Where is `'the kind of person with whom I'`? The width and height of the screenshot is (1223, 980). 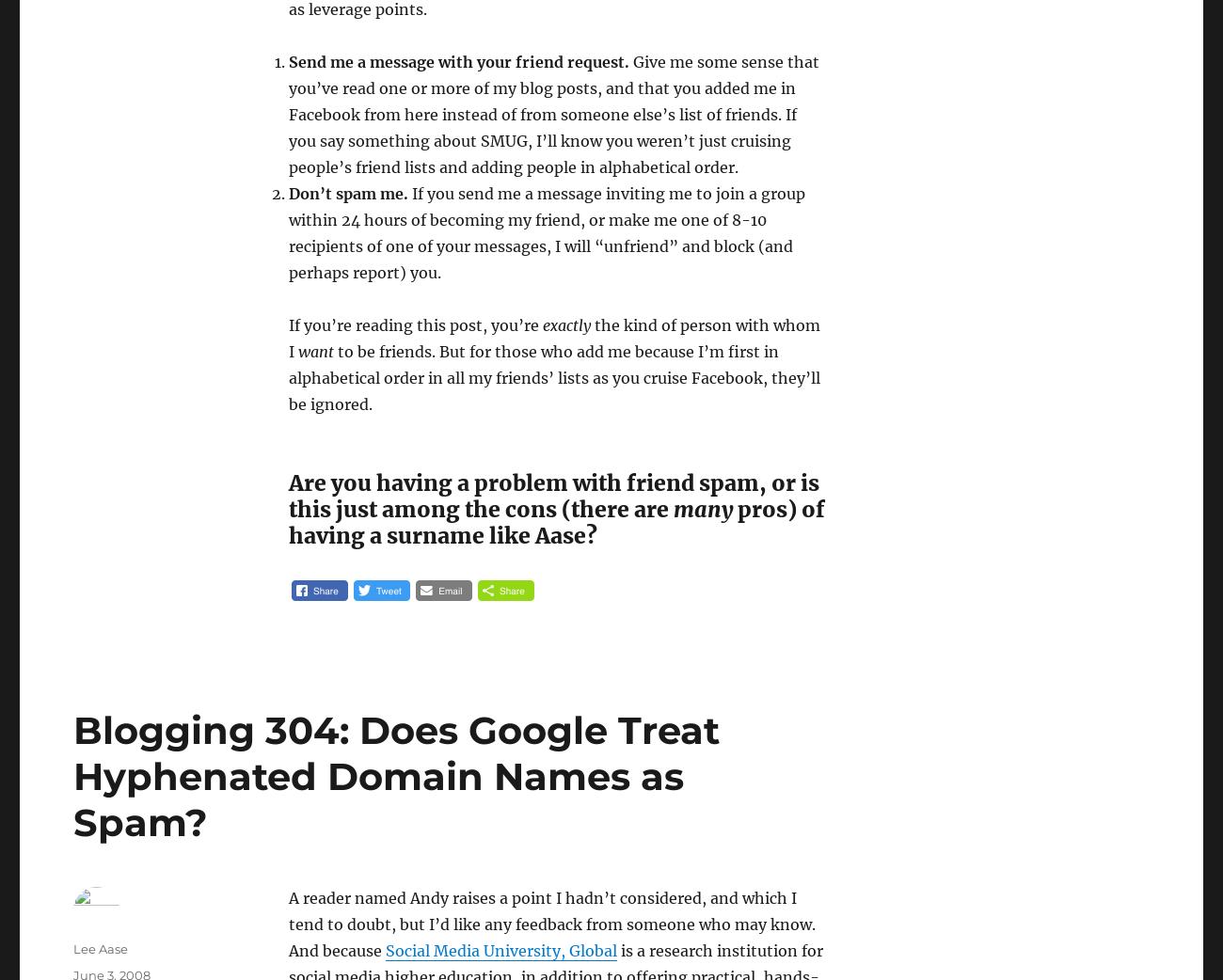 'the kind of person with whom I' is located at coordinates (552, 338).